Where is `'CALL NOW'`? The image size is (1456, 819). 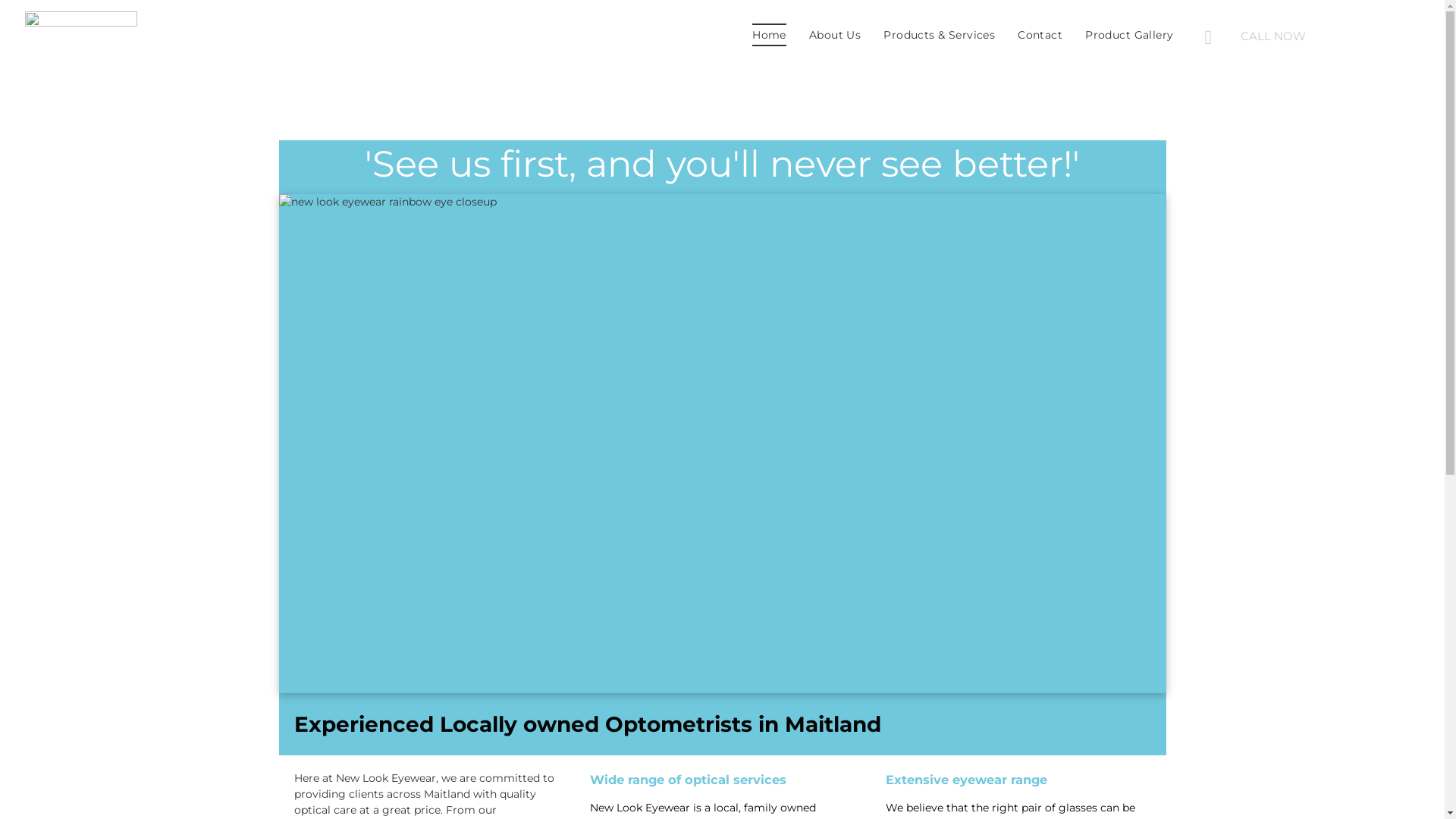 'CALL NOW' is located at coordinates (1313, 35).